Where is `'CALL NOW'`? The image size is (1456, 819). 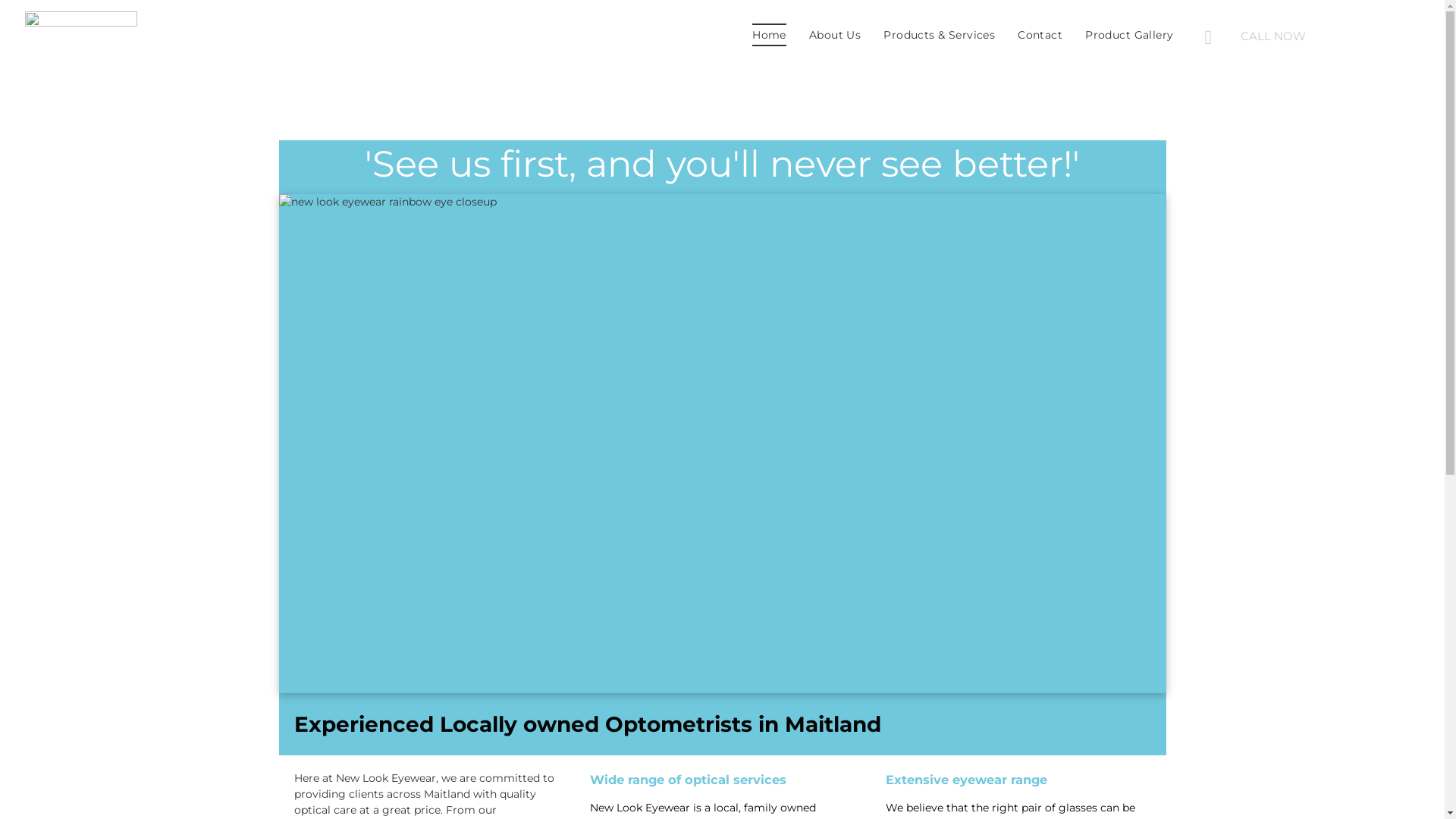 'CALL NOW' is located at coordinates (1313, 35).